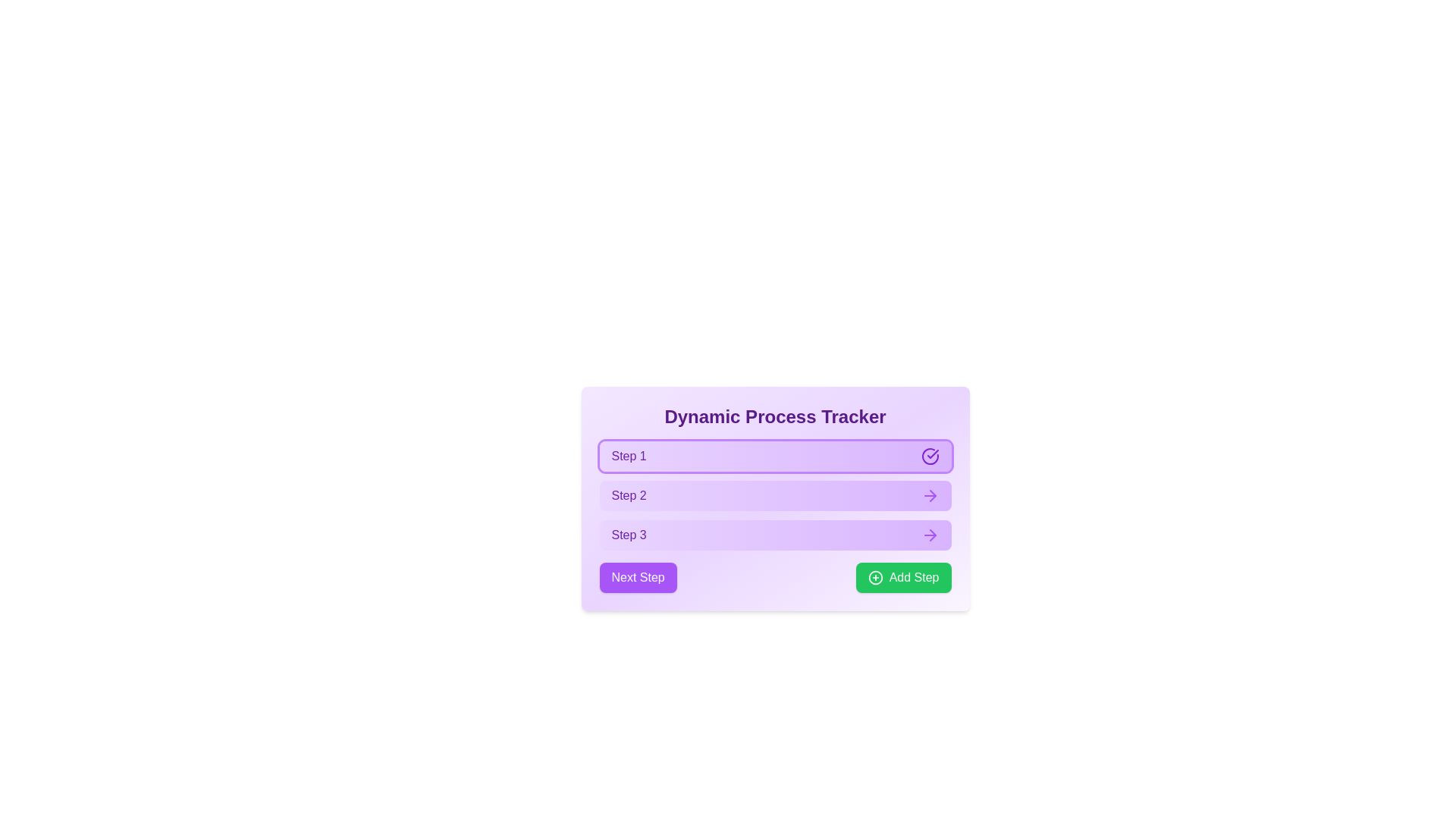  I want to click on the 'Next Step' button with a purple background, so click(775, 578).